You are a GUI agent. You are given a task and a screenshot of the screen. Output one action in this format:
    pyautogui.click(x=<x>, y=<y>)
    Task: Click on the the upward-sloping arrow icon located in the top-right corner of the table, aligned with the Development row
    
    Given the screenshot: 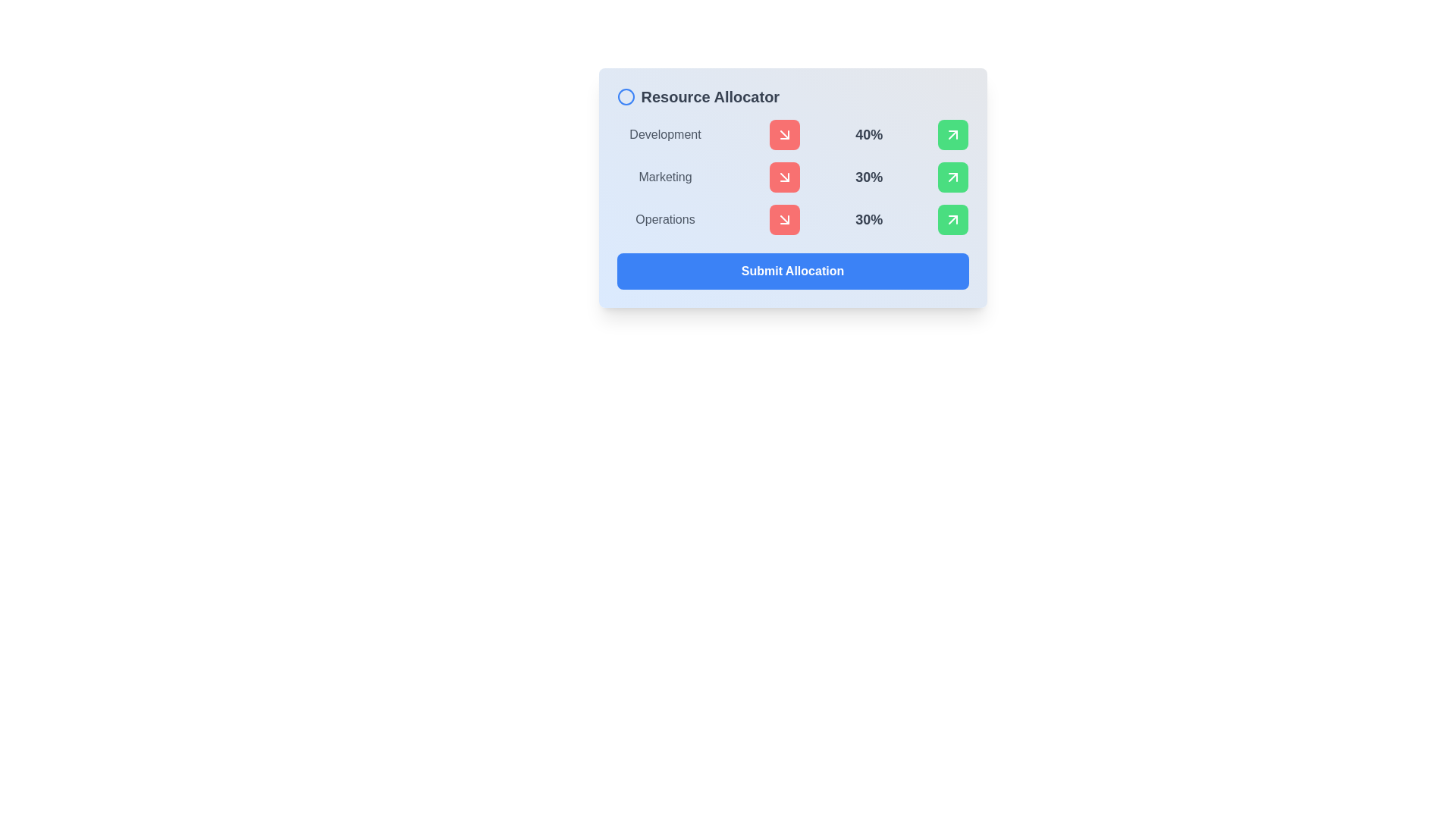 What is the action you would take?
    pyautogui.click(x=952, y=133)
    